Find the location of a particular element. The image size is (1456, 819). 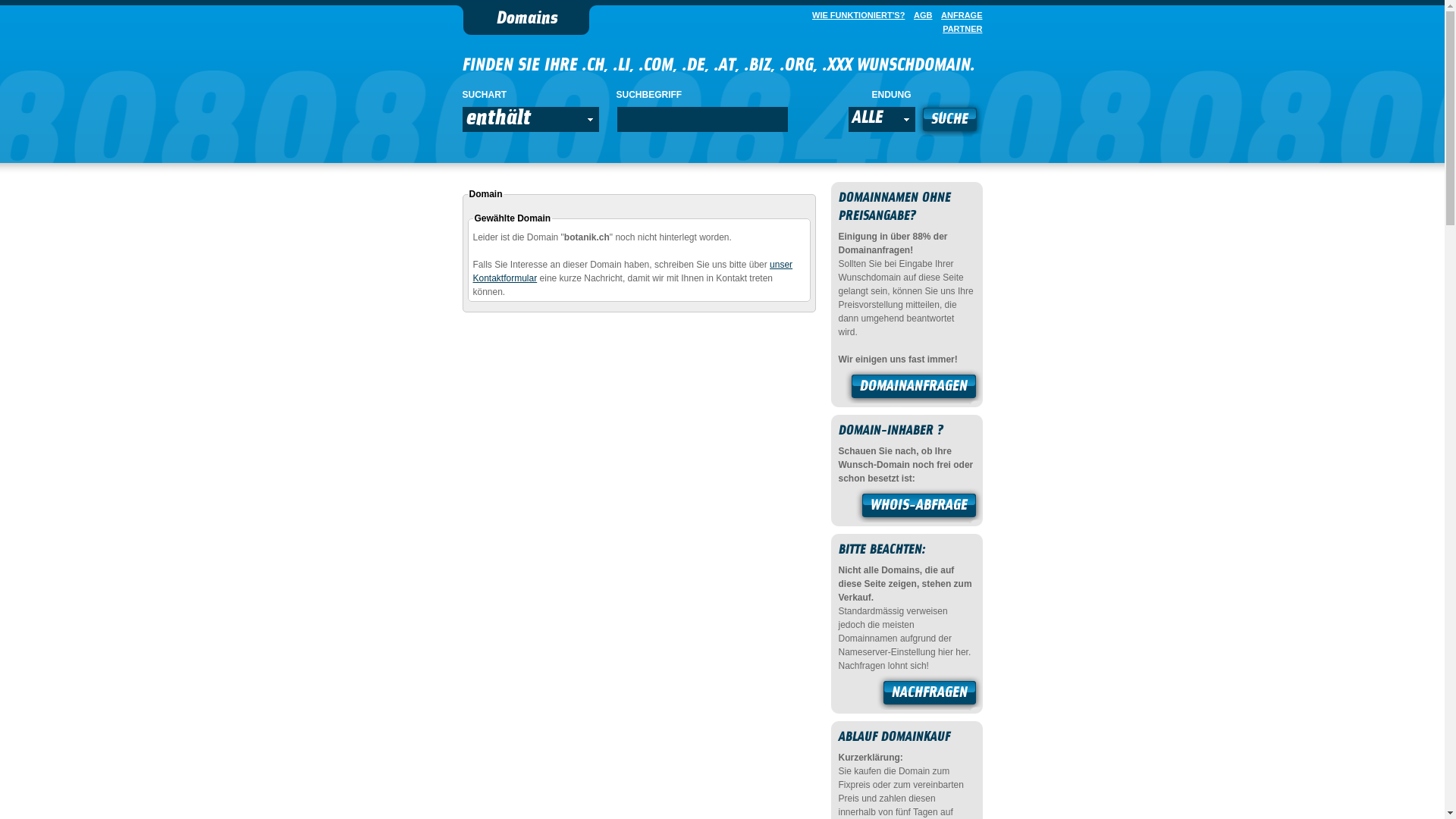

'AGB' is located at coordinates (919, 14).